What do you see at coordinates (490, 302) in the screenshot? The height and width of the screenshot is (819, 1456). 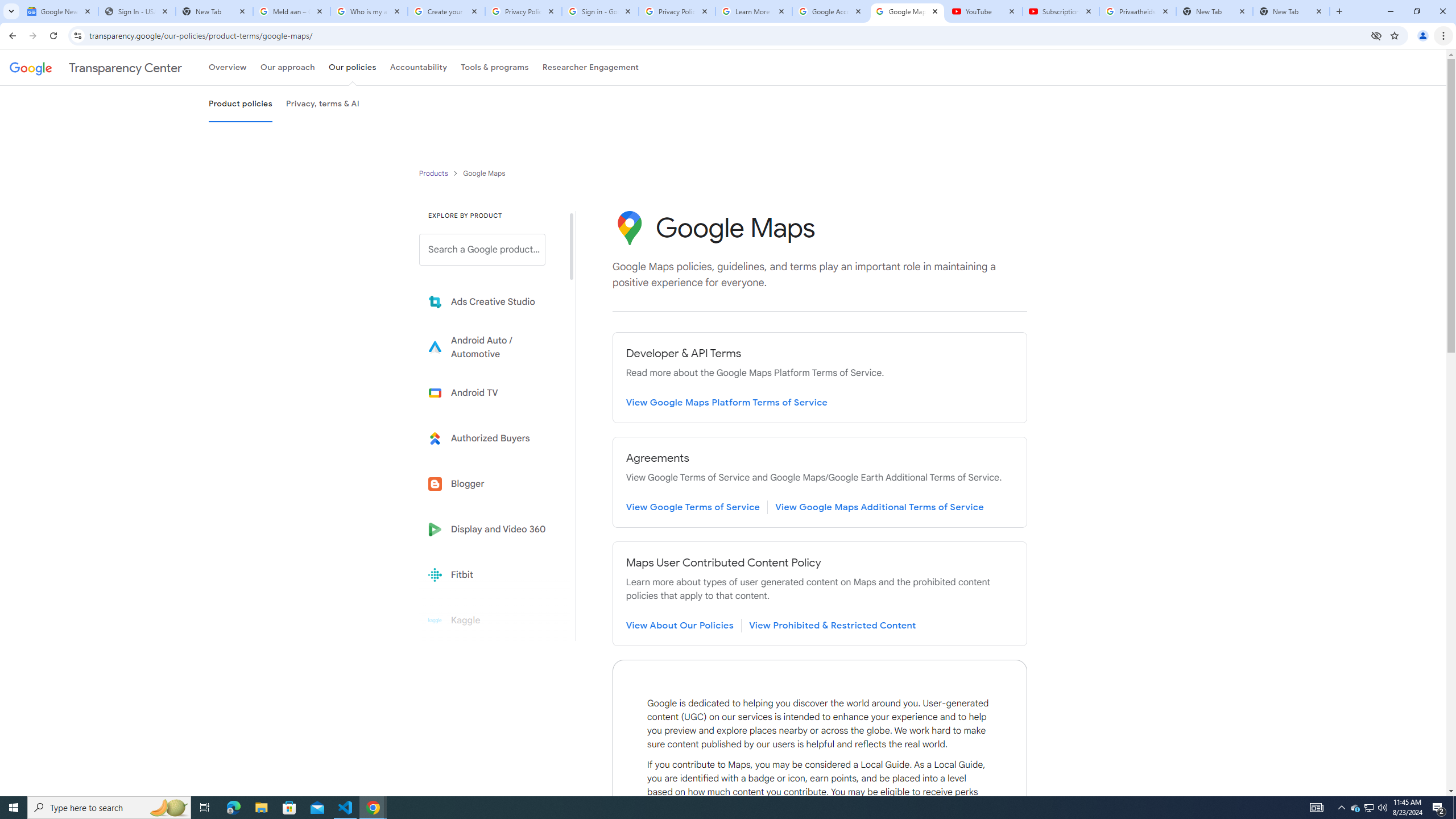 I see `'Learn more about Ads Creative Studio'` at bounding box center [490, 302].